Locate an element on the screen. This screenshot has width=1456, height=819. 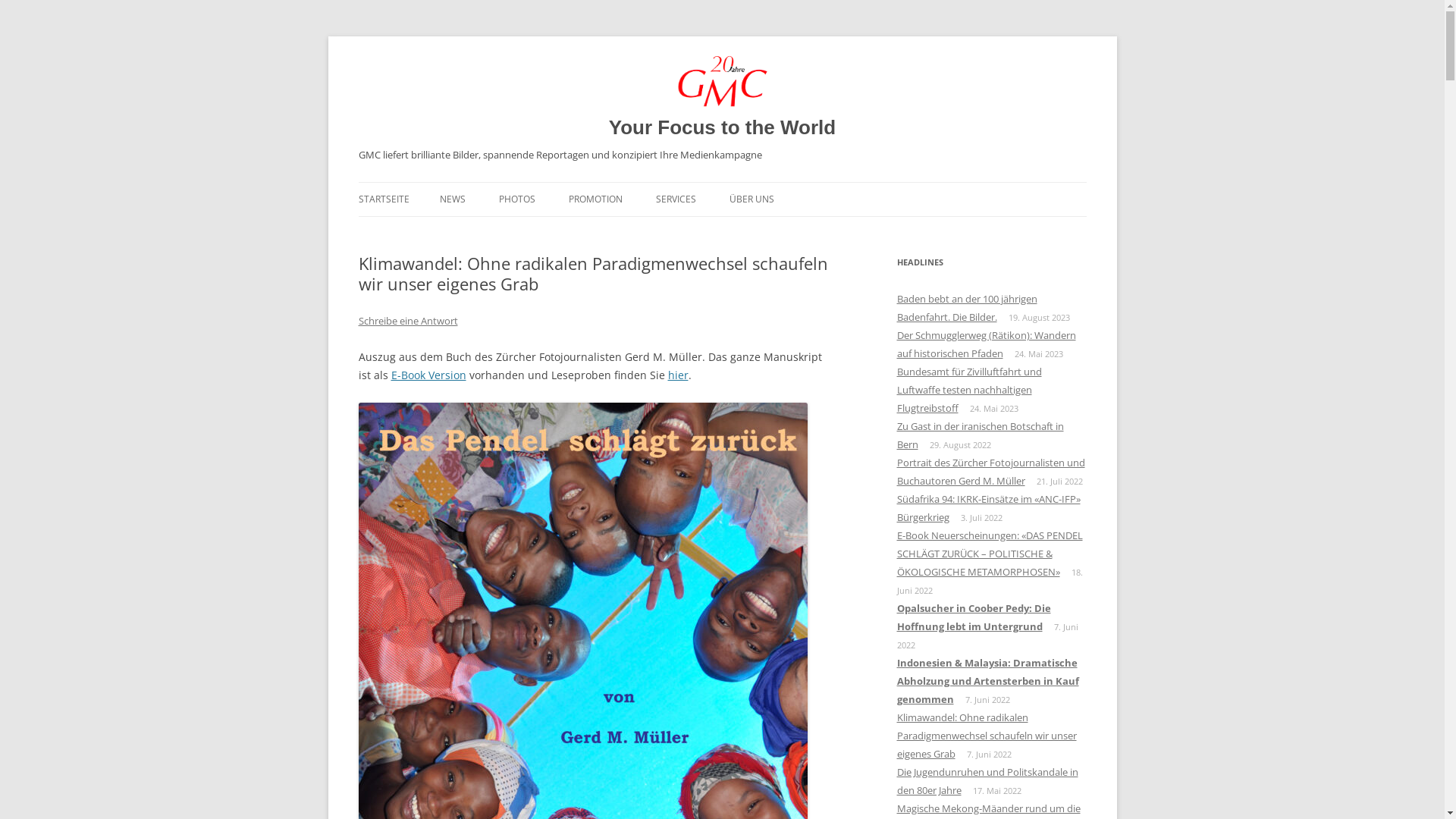
'PROMOTION' is located at coordinates (595, 198).